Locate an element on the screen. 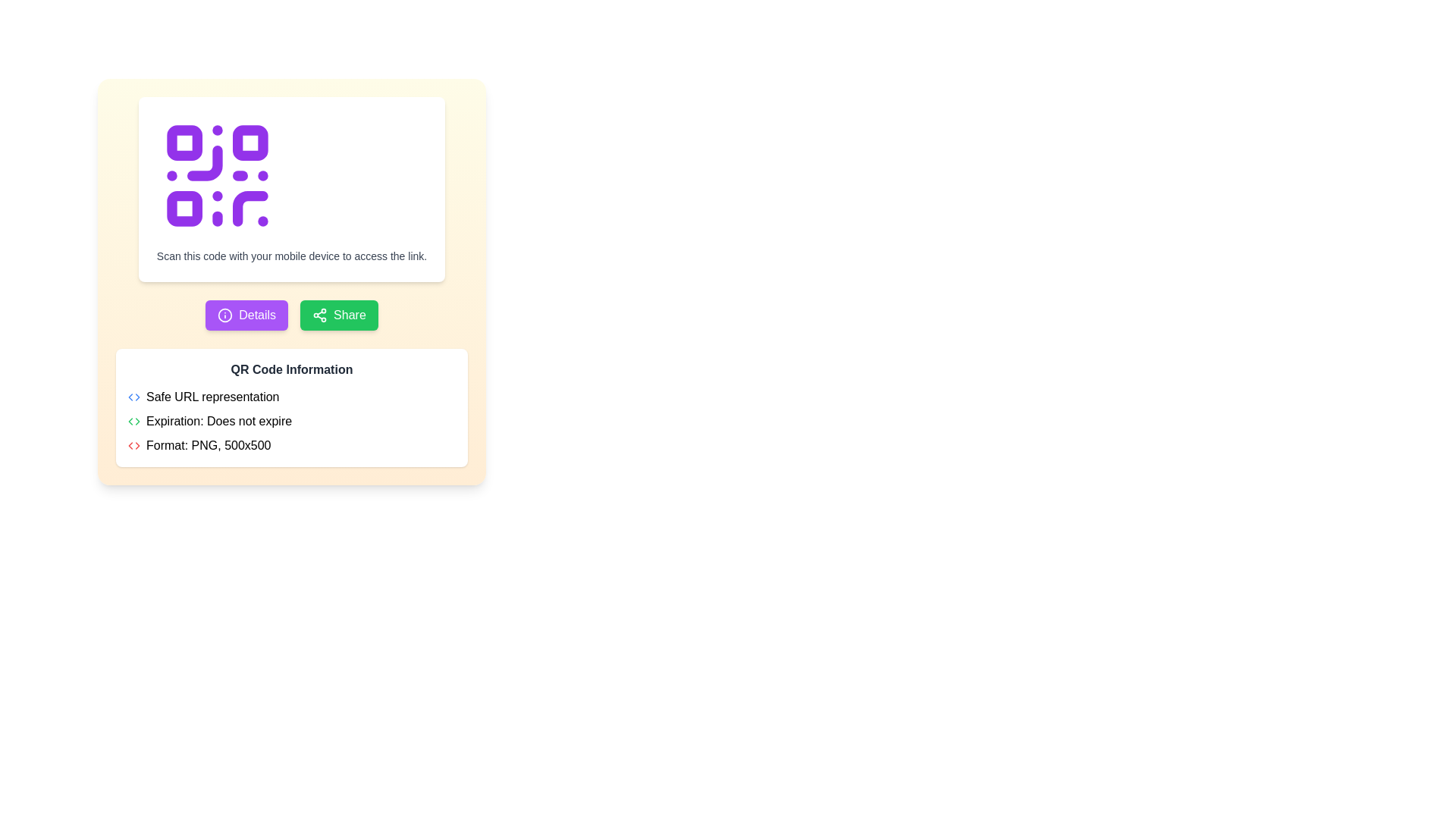 The width and height of the screenshot is (1456, 819). the visual indicator icon positioned to the left of the 'Details' text within the purple button below the QR code is located at coordinates (224, 315).